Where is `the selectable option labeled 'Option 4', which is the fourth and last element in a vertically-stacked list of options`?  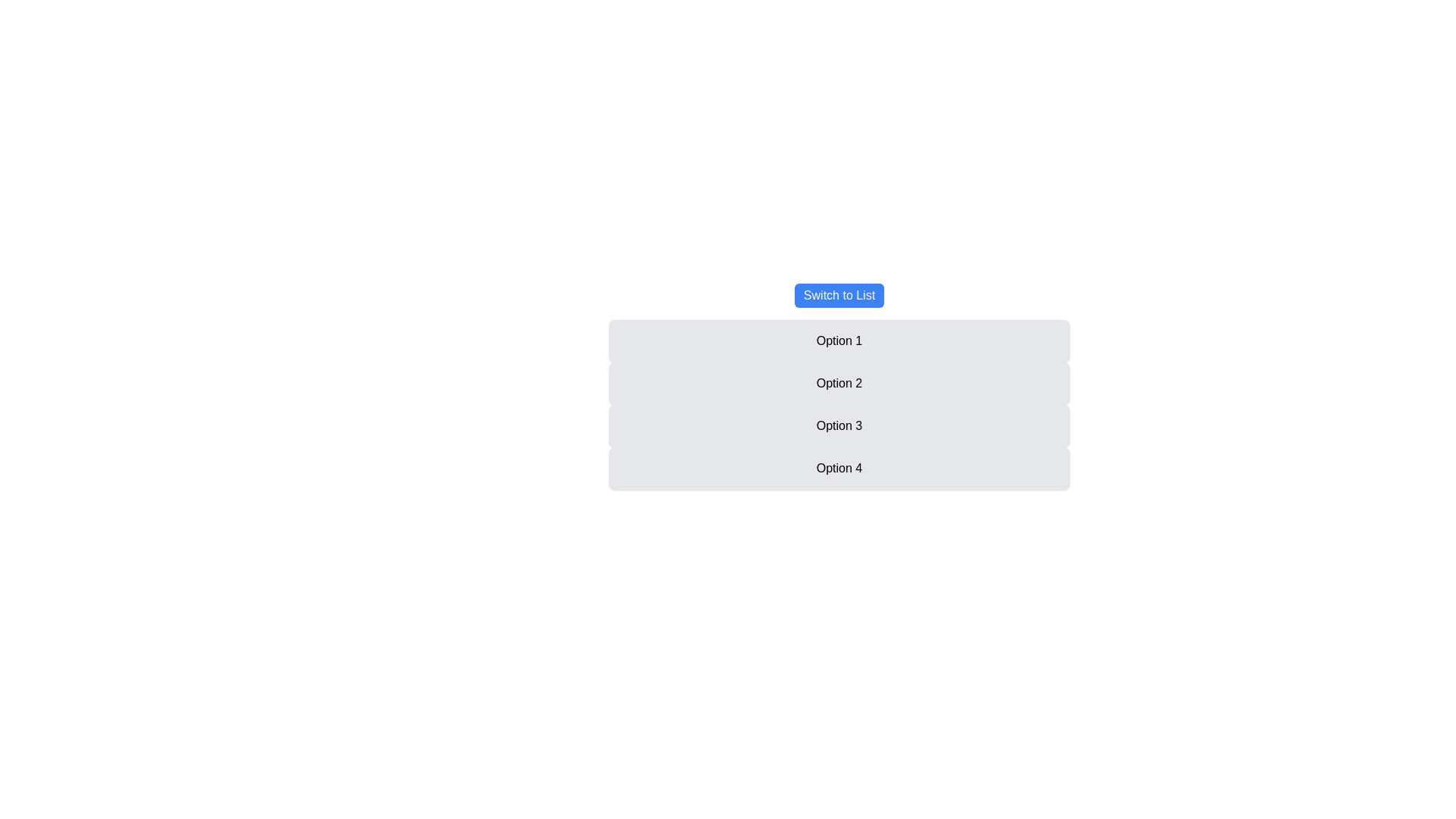 the selectable option labeled 'Option 4', which is the fourth and last element in a vertically-stacked list of options is located at coordinates (839, 467).